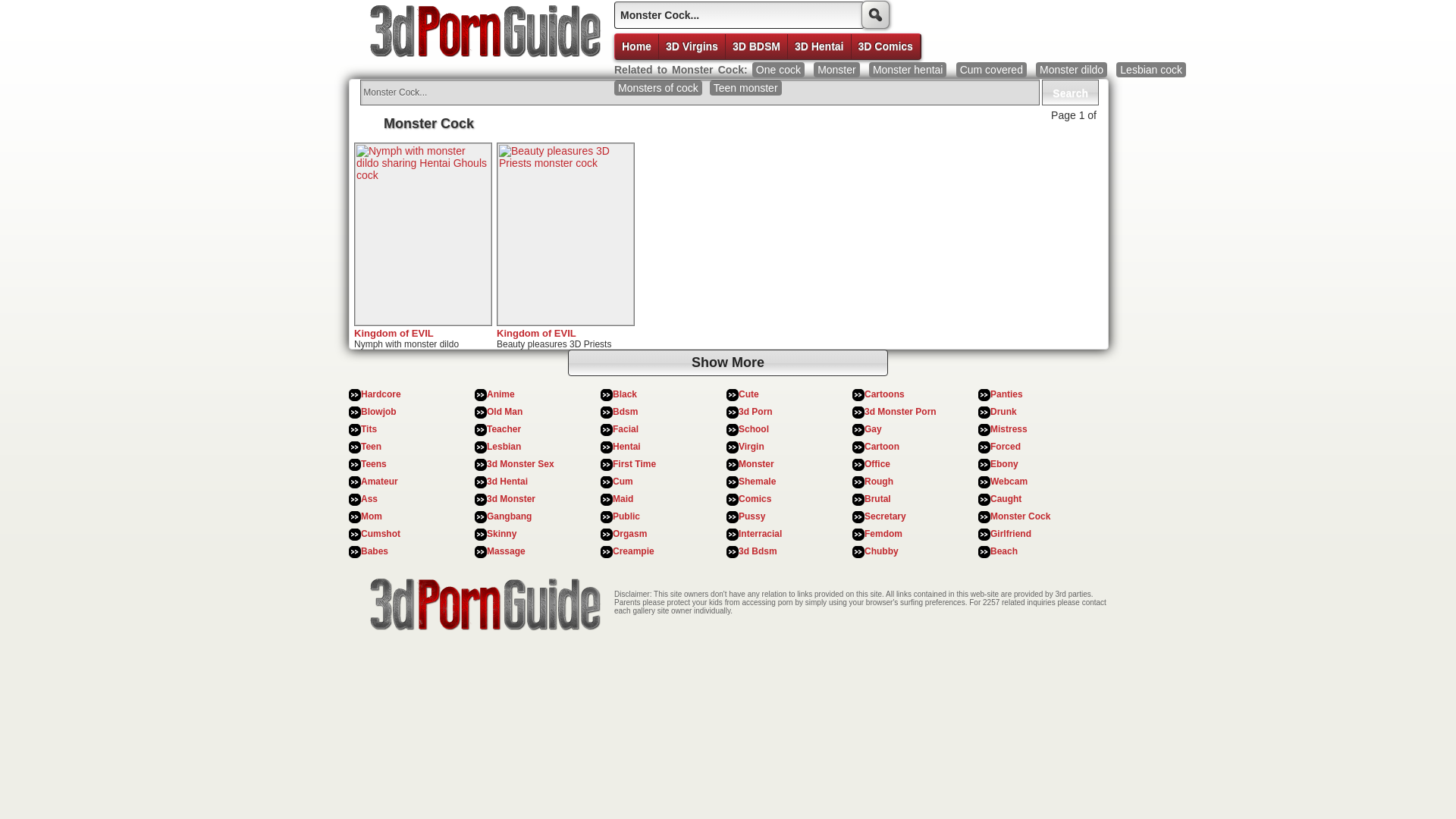  I want to click on 'Rough', so click(878, 482).